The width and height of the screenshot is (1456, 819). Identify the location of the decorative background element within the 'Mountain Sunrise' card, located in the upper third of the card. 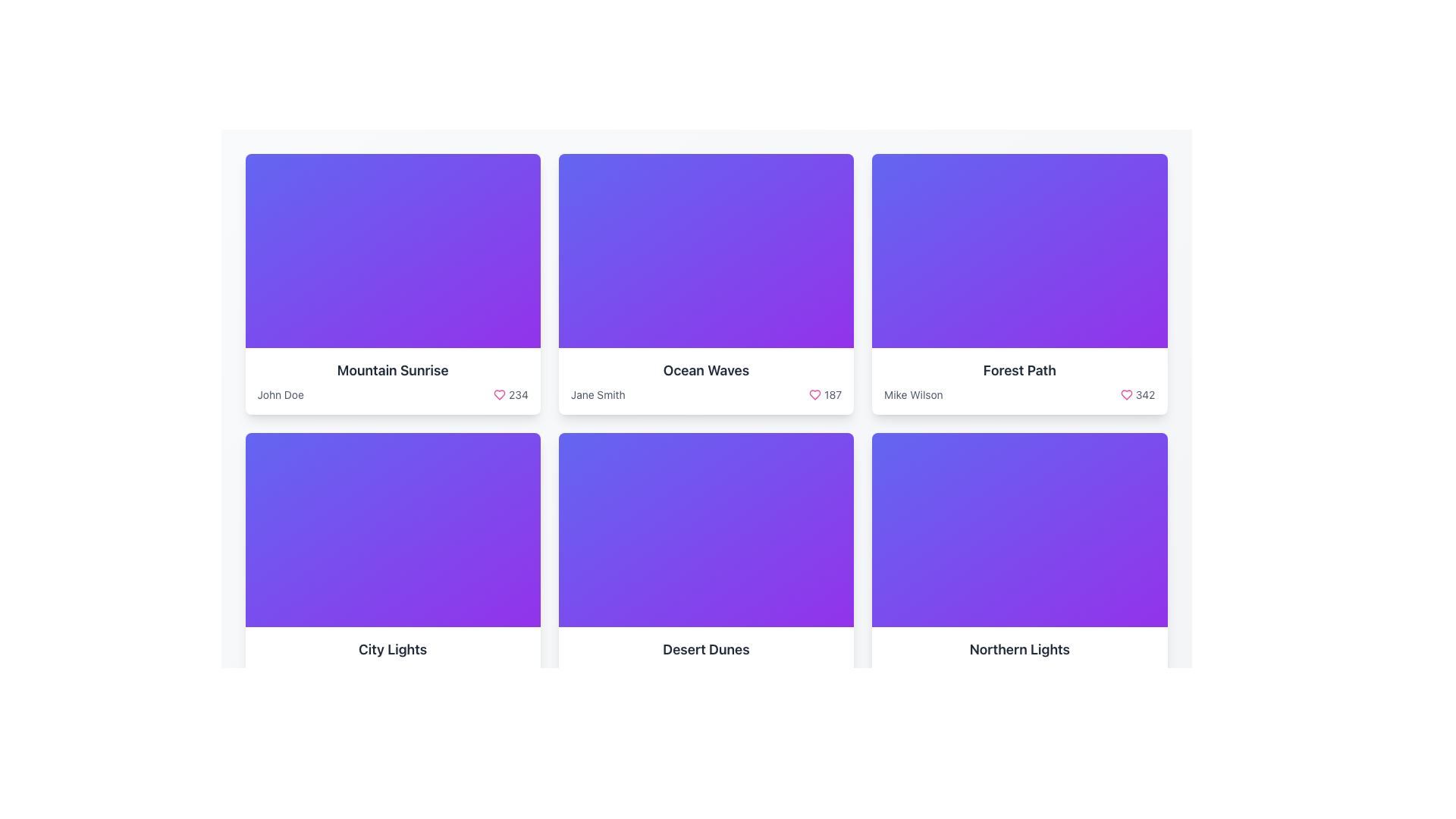
(393, 296).